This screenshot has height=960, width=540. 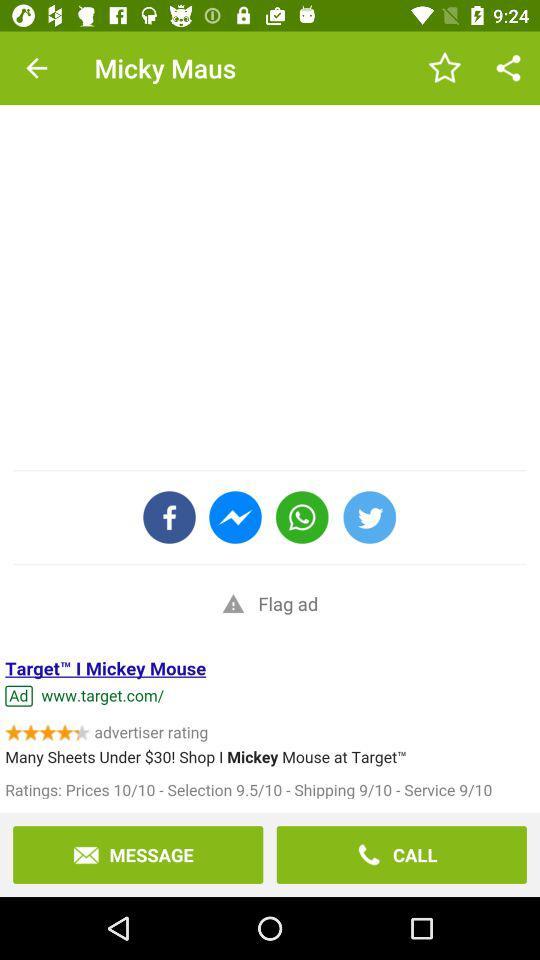 I want to click on the facebook icon, so click(x=168, y=516).